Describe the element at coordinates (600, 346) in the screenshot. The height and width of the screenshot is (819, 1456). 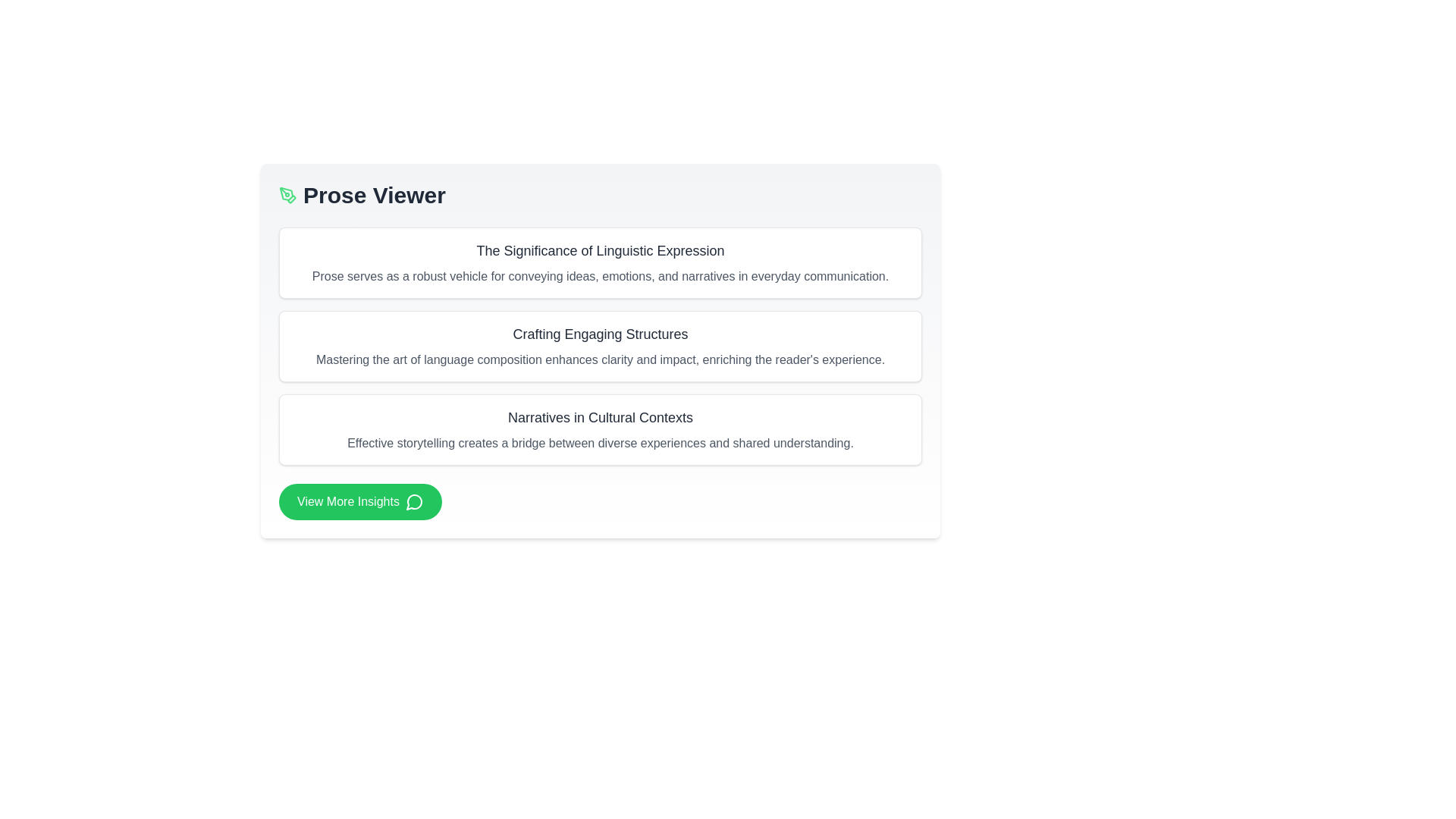
I see `text content of the Informational Card titled 'Crafting Engaging Structures', which is the second card in a vertical list of similar cards` at that location.